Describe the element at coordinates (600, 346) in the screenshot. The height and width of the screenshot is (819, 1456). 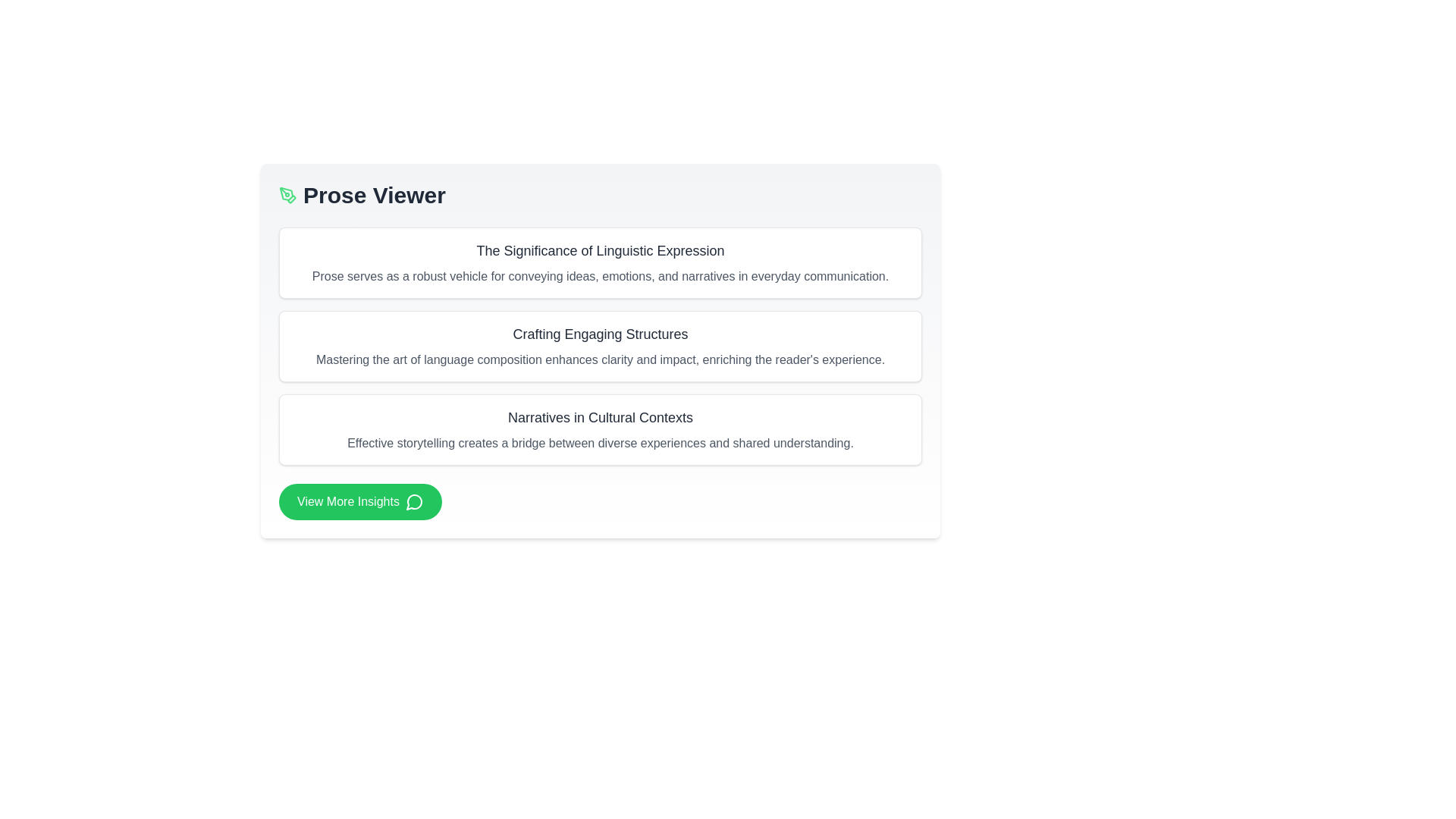
I see `text content of the Informational Card titled 'Crafting Engaging Structures', which is the second card in a vertical list of similar cards` at that location.